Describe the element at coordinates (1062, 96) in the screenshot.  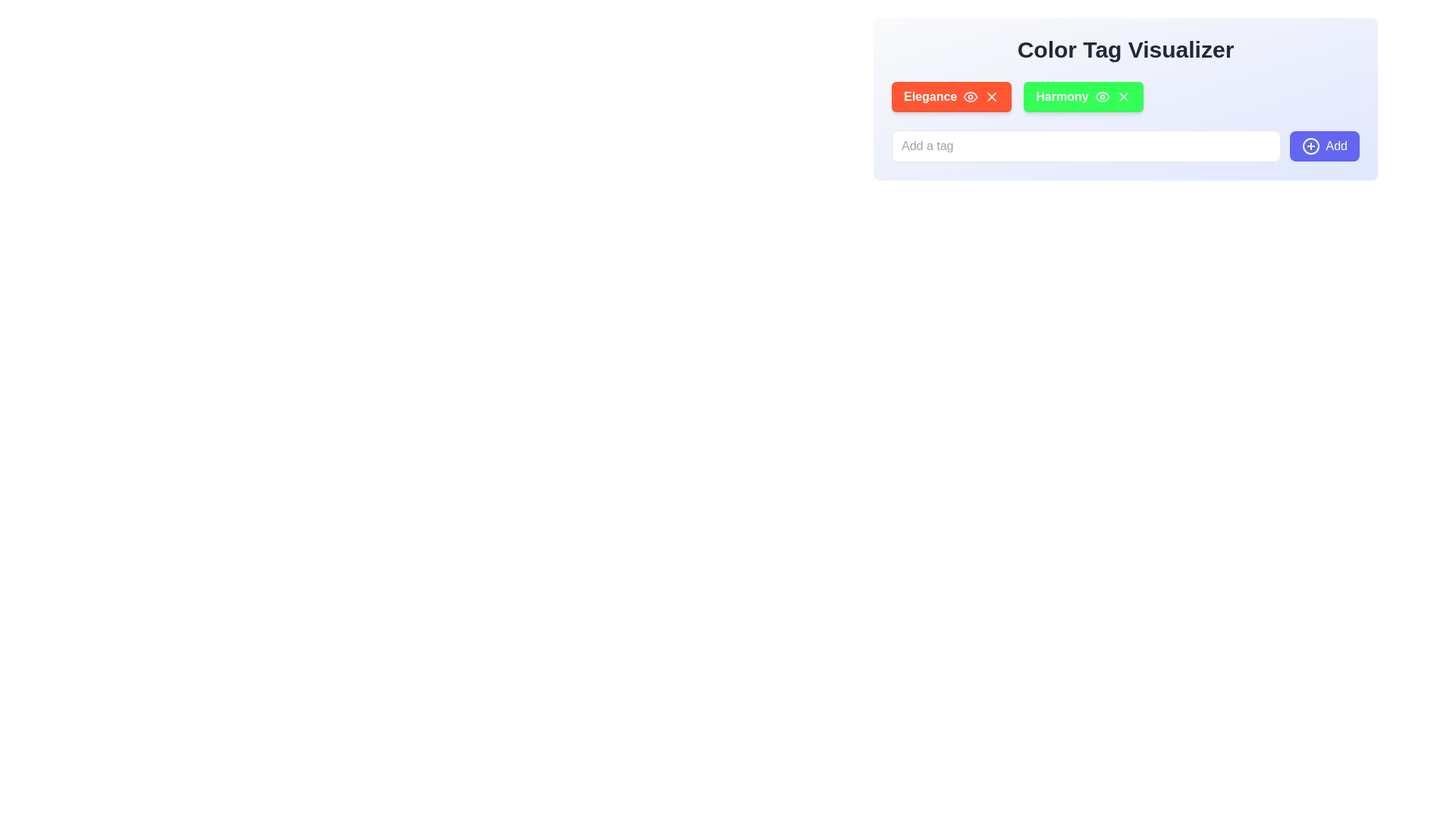
I see `the green tag labeled 'Harmony' which serves as a textual identifier in the Color Tag Visualizer interface` at that location.